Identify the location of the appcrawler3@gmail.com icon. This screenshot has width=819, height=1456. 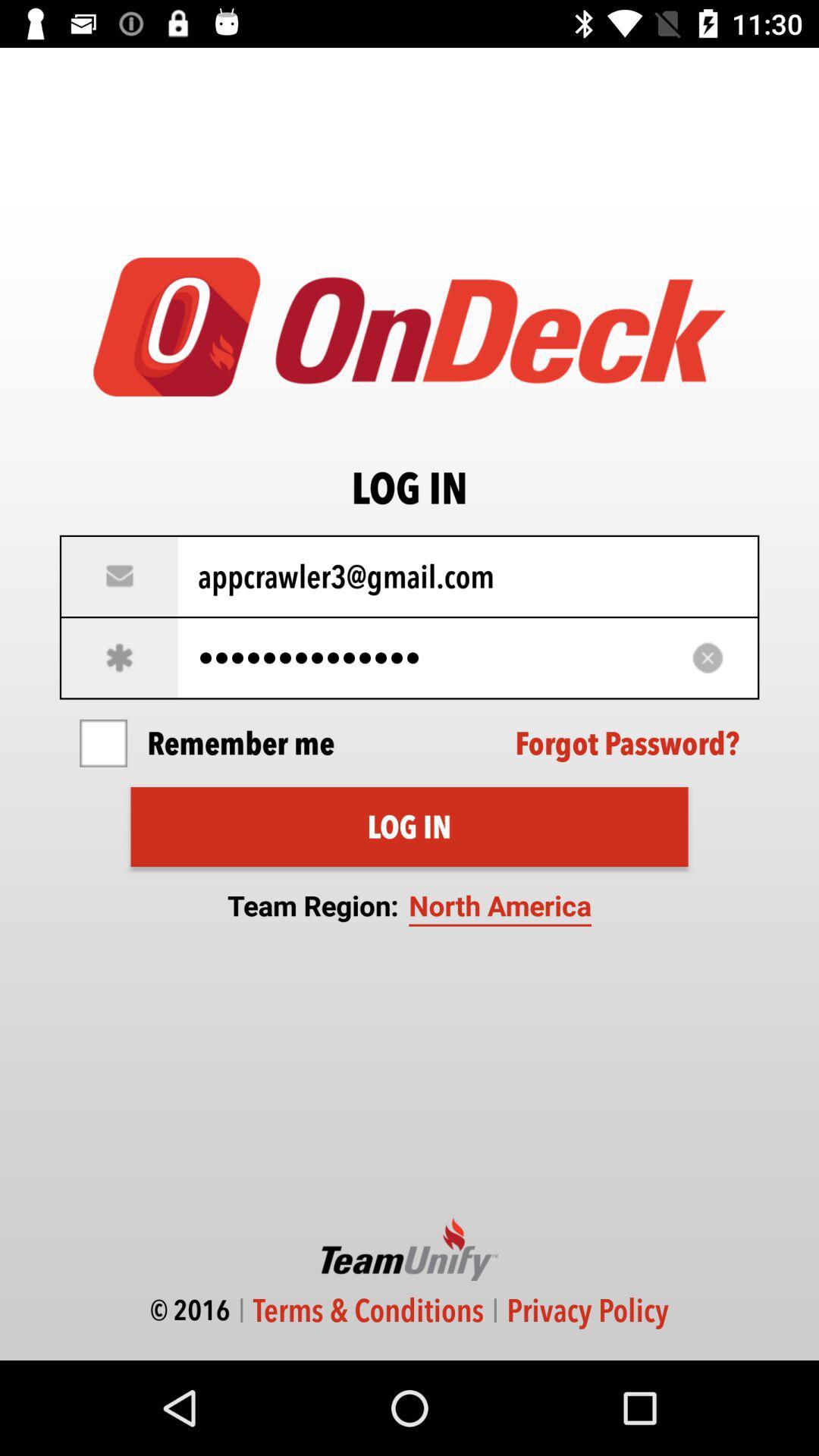
(409, 576).